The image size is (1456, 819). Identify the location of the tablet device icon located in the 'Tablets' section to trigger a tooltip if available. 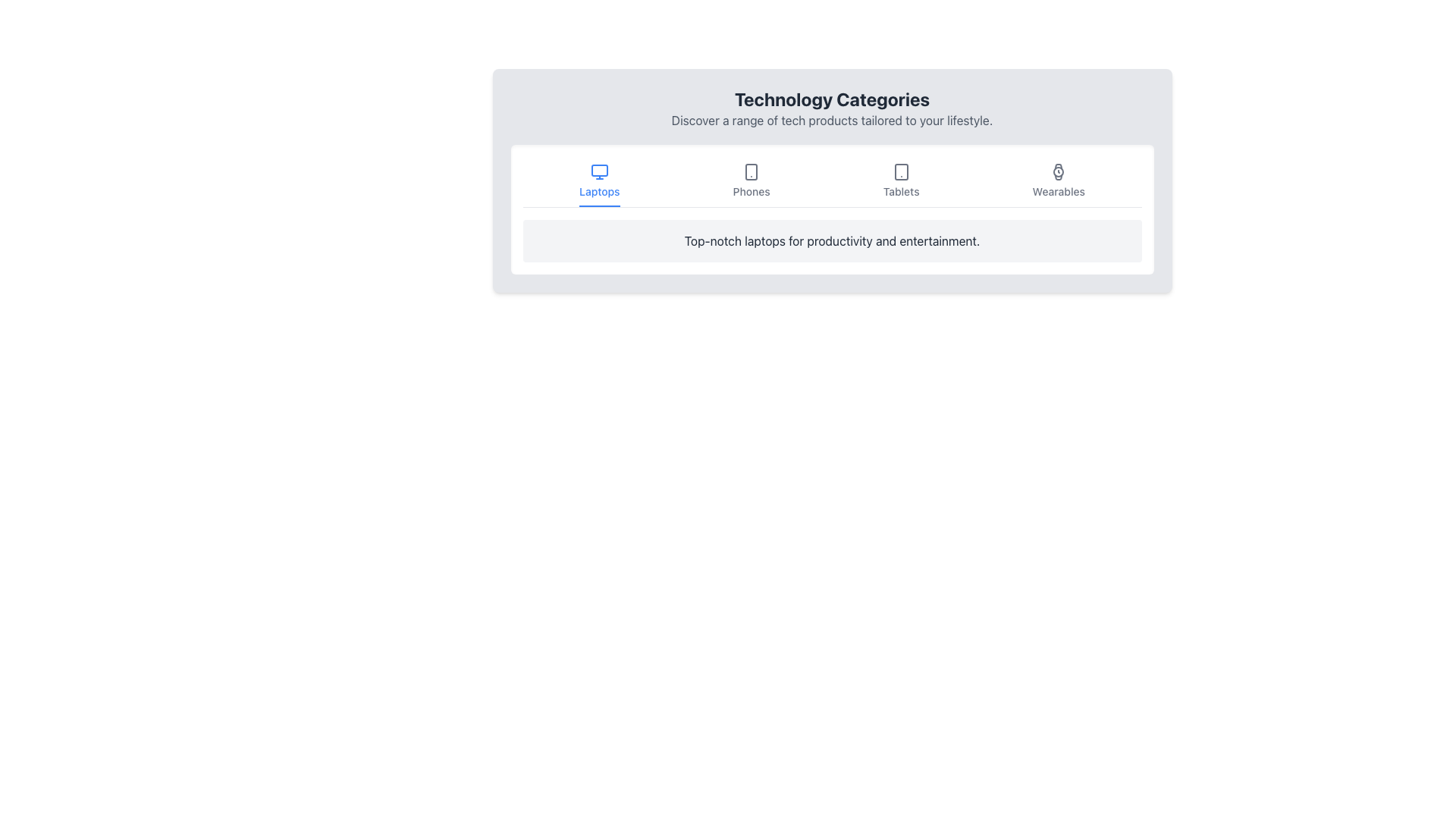
(901, 171).